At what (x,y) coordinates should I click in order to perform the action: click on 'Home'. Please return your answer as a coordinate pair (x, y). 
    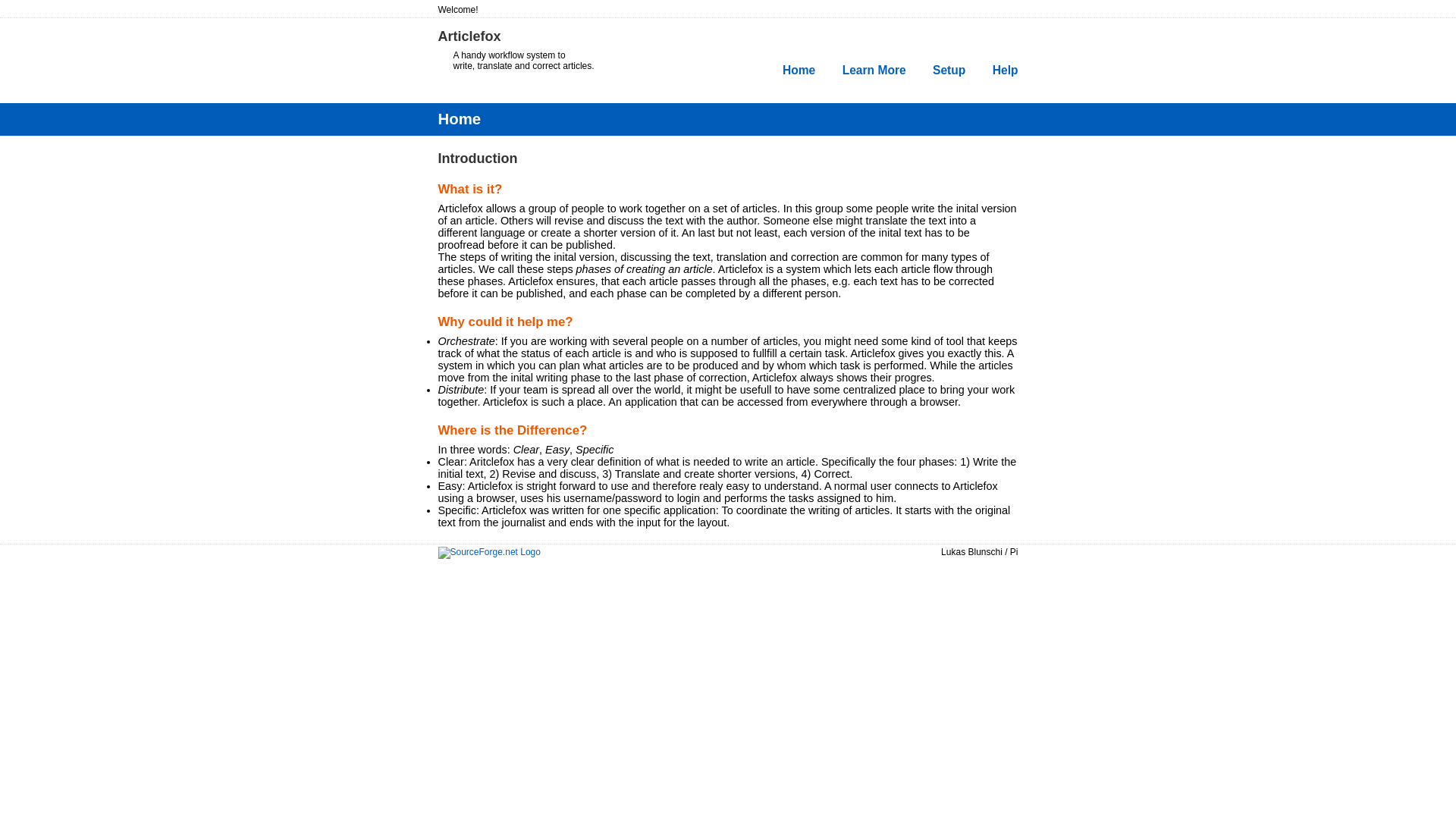
    Looking at the image, I should click on (798, 70).